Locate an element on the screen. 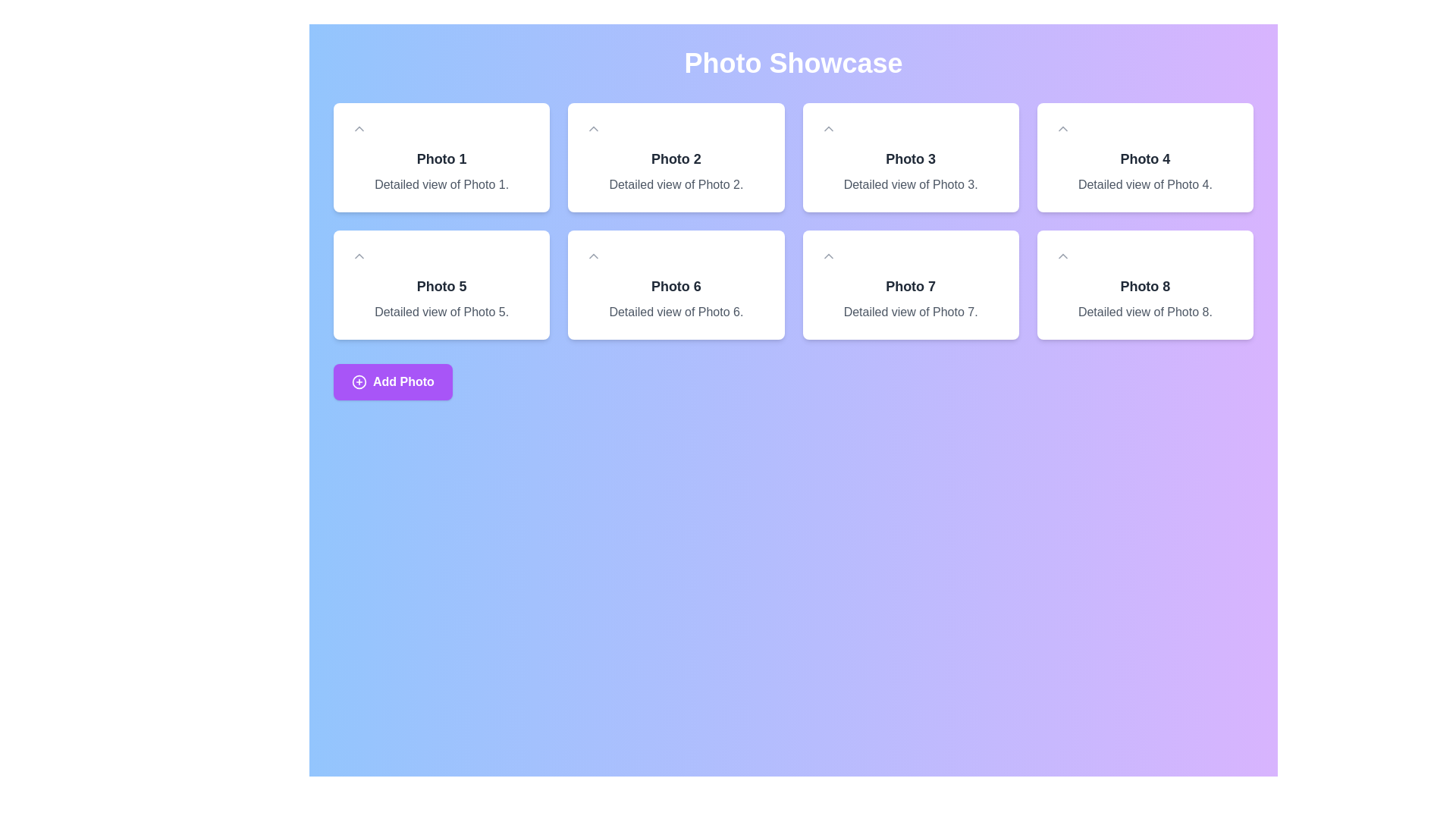 Image resolution: width=1456 pixels, height=819 pixels. the text label that serves as the title or header for its respective card, located in the second row and first column of the grid layout, positioned above the text 'Detailed view of Photo 5.' is located at coordinates (441, 287).